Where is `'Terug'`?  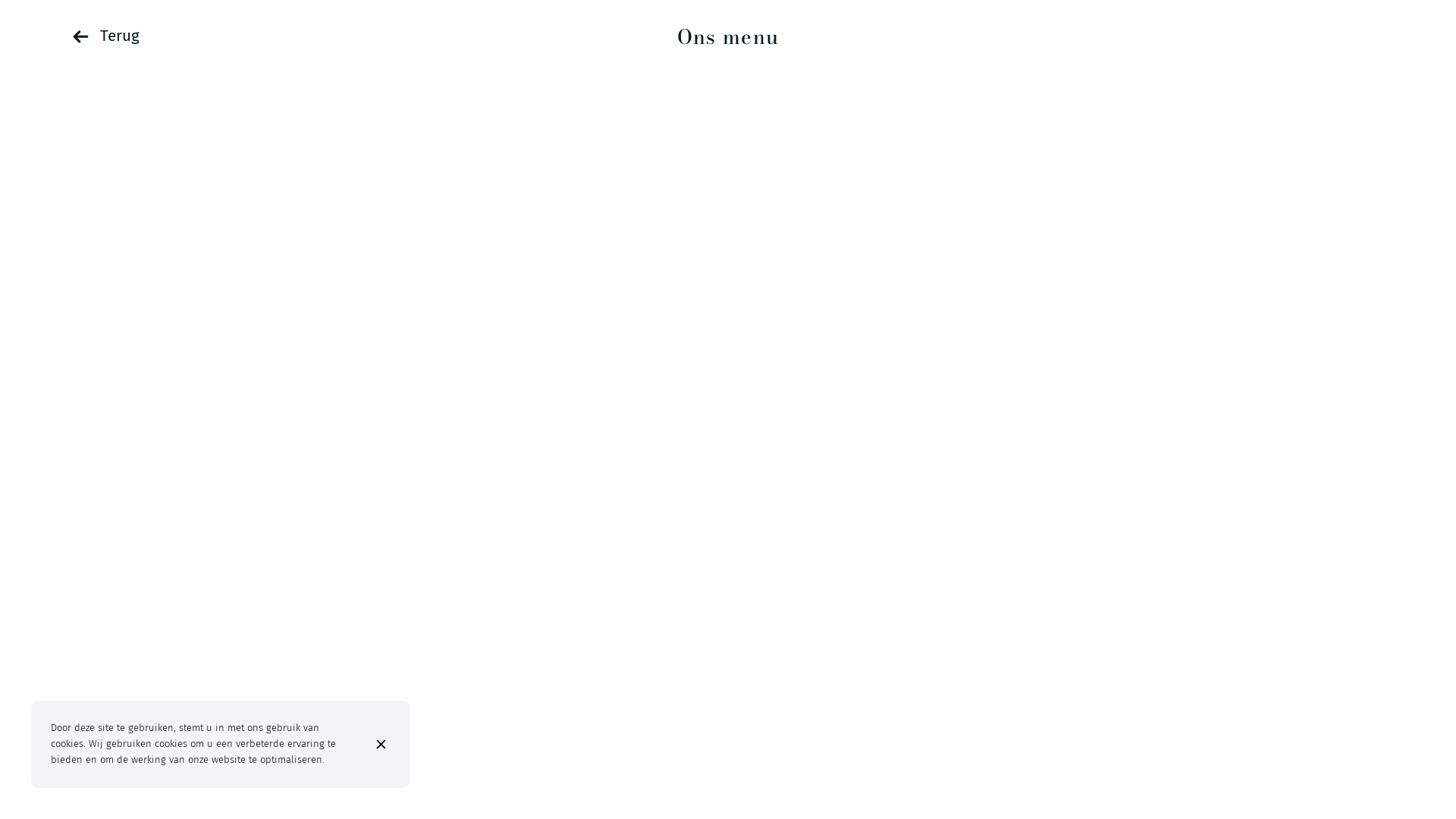 'Terug' is located at coordinates (105, 35).